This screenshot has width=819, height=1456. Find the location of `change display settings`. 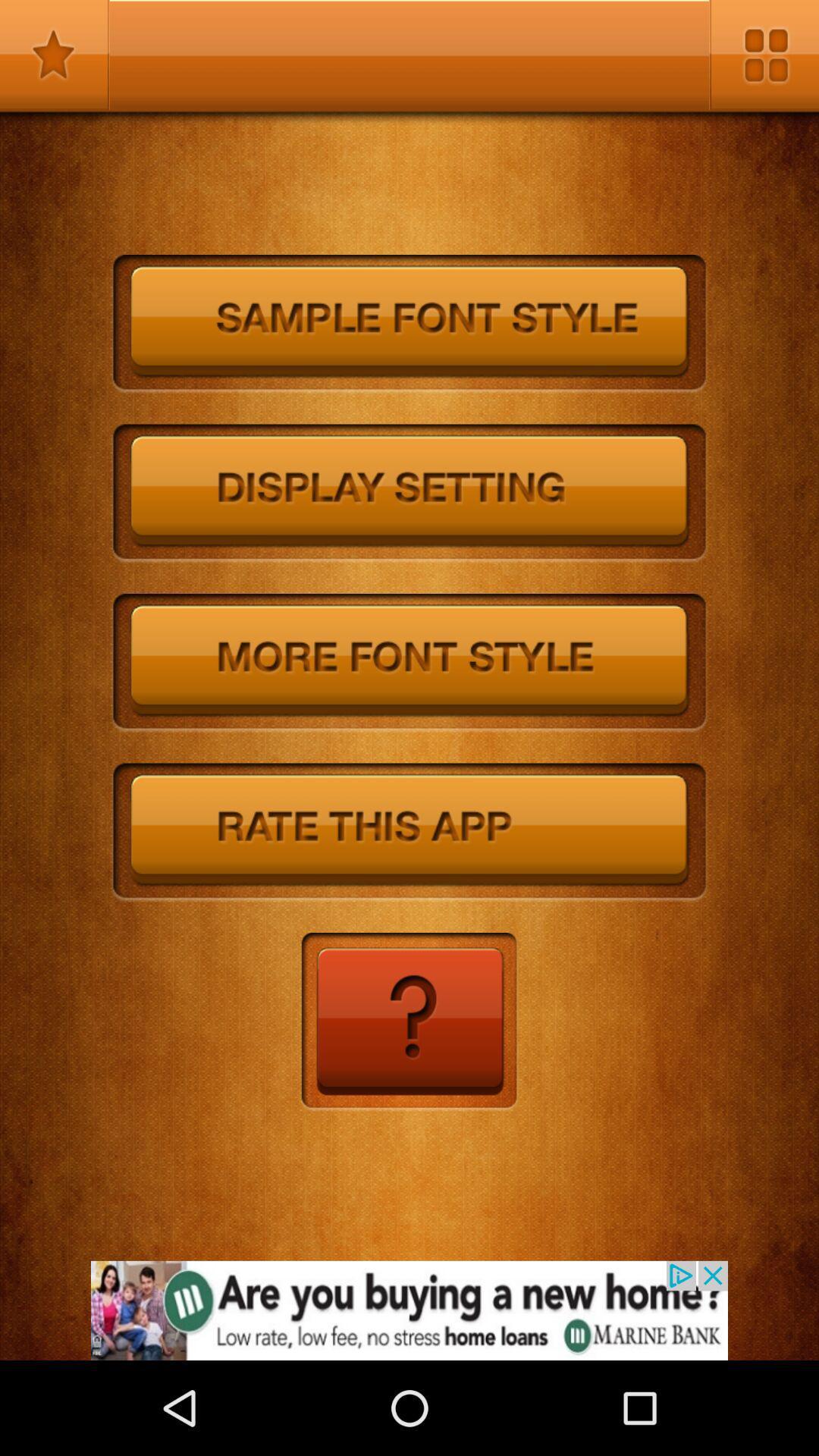

change display settings is located at coordinates (409, 494).